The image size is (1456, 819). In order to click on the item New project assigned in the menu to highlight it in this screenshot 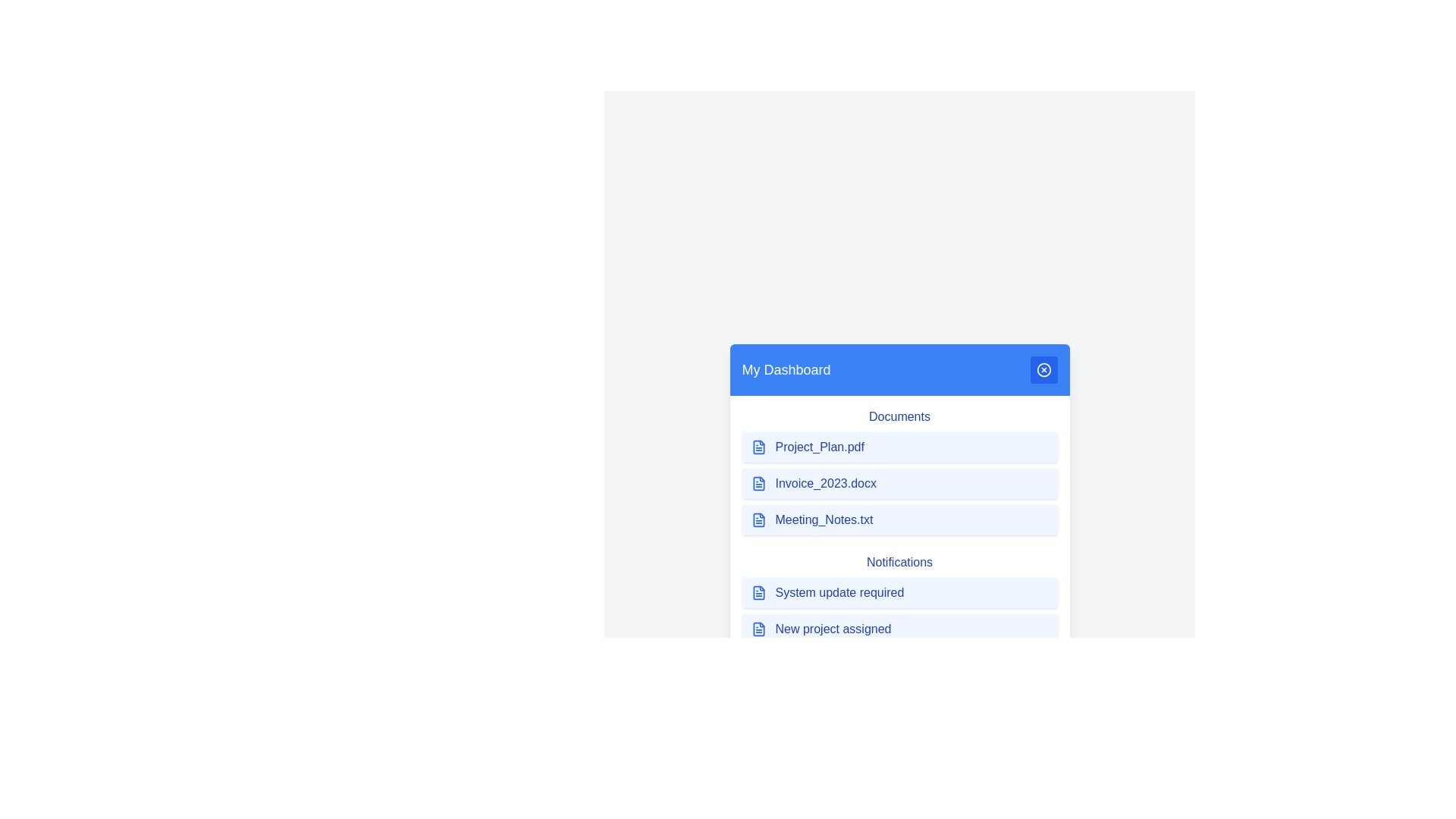, I will do `click(899, 629)`.